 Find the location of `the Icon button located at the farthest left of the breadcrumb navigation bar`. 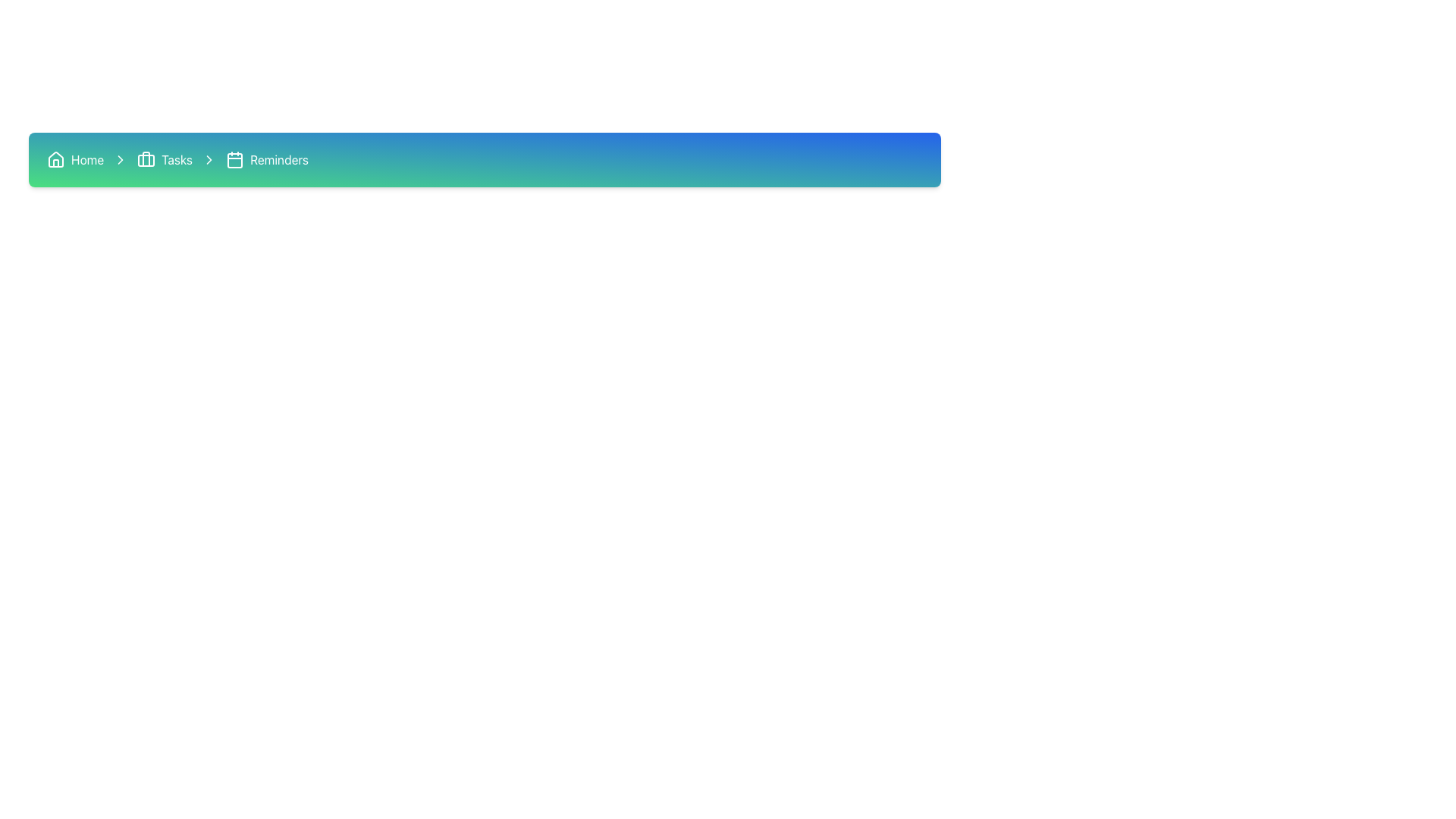

the Icon button located at the farthest left of the breadcrumb navigation bar is located at coordinates (55, 158).